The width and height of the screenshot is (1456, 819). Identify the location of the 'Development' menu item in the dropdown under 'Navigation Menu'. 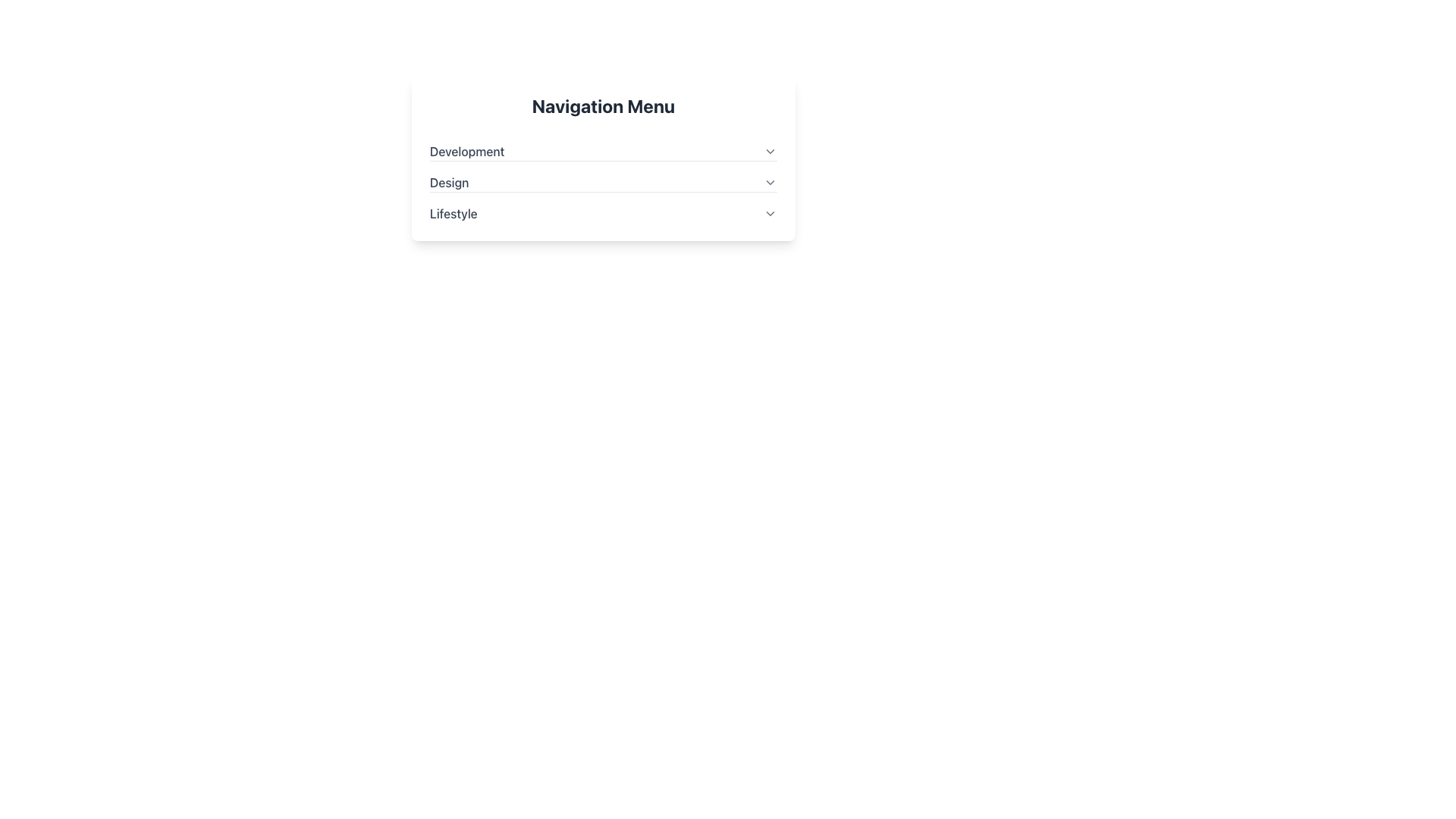
(603, 146).